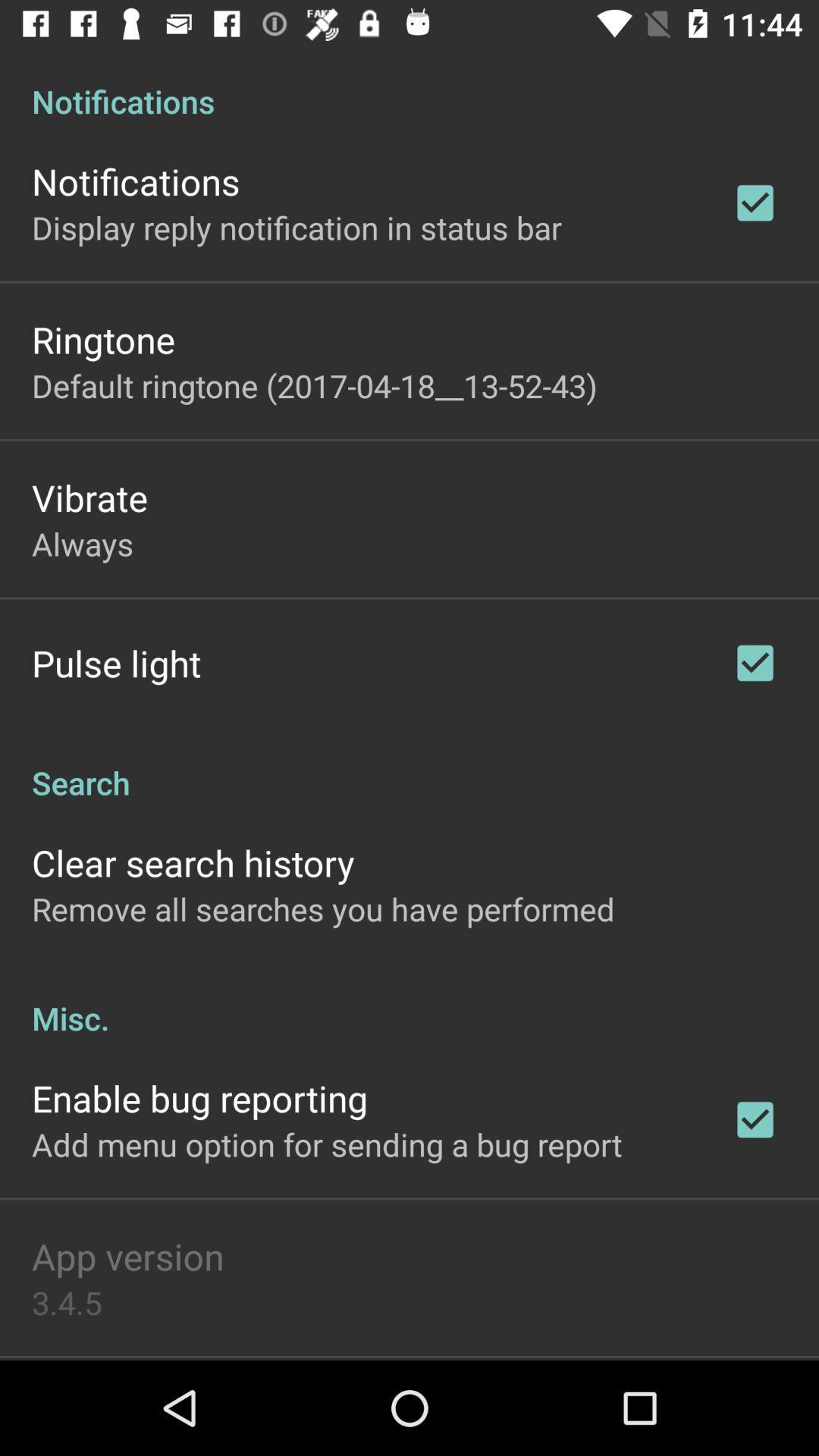 The height and width of the screenshot is (1456, 819). I want to click on icon above the remove all searches icon, so click(192, 862).